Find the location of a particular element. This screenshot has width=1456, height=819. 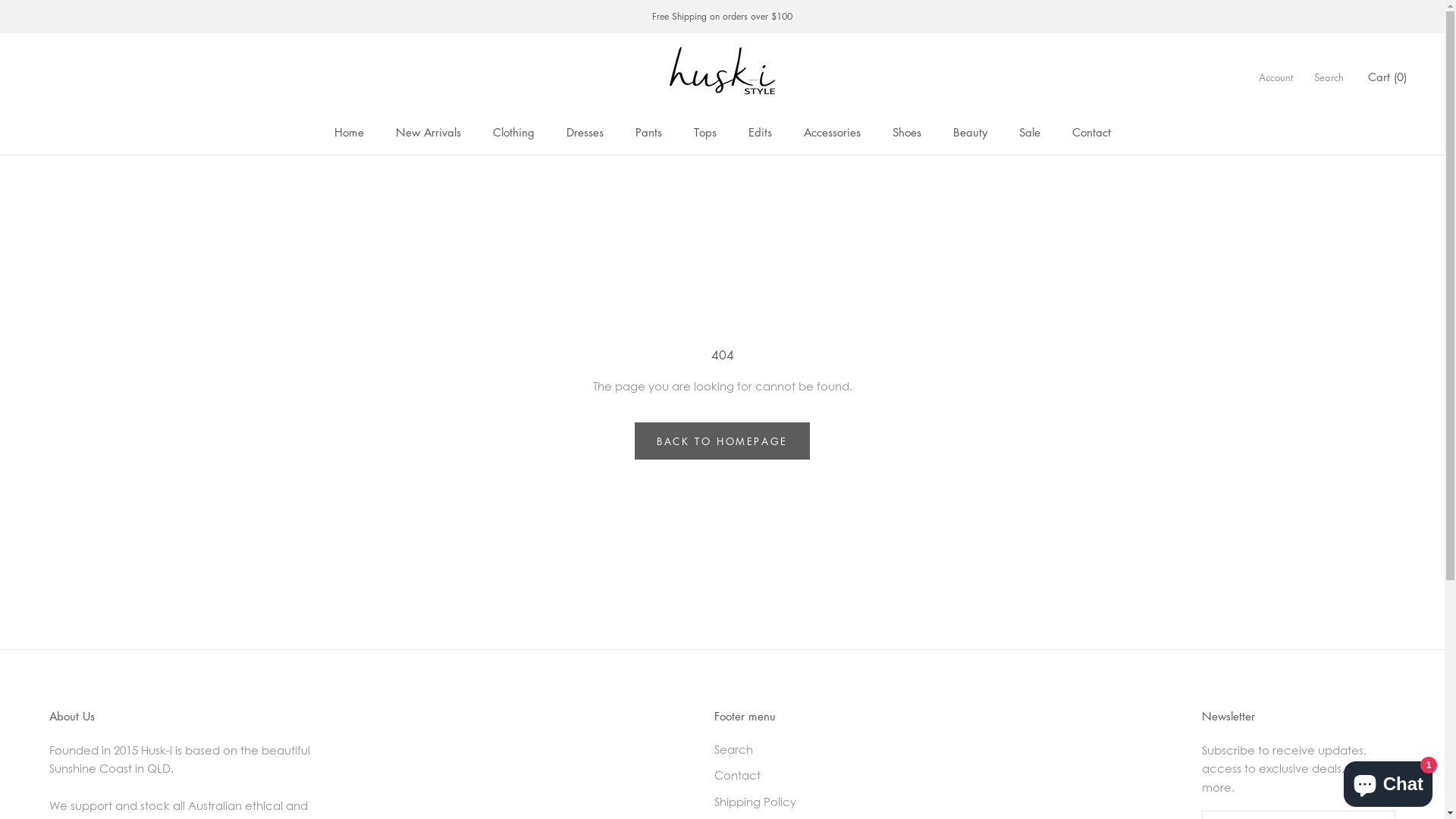

'Beauty' is located at coordinates (968, 130).